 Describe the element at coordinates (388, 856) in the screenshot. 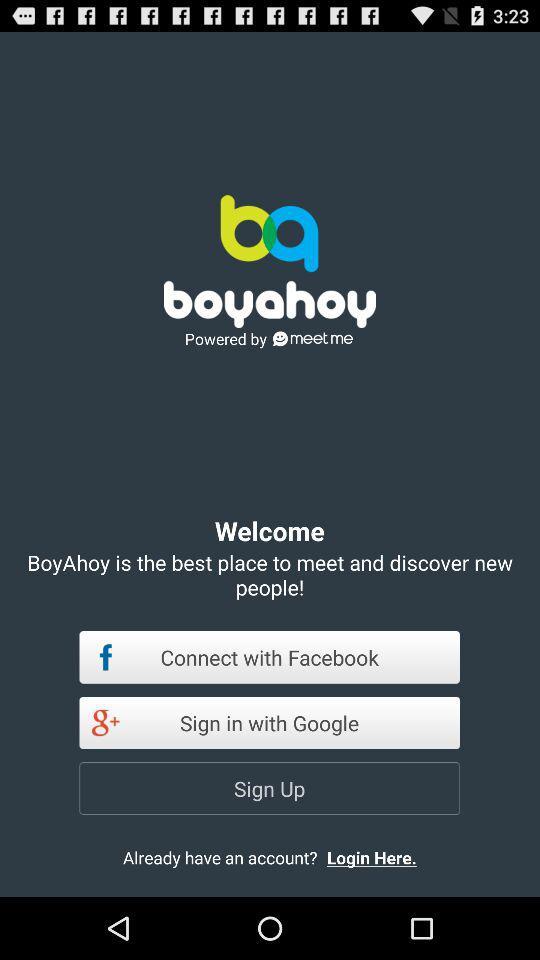

I see `app next to the already have an` at that location.